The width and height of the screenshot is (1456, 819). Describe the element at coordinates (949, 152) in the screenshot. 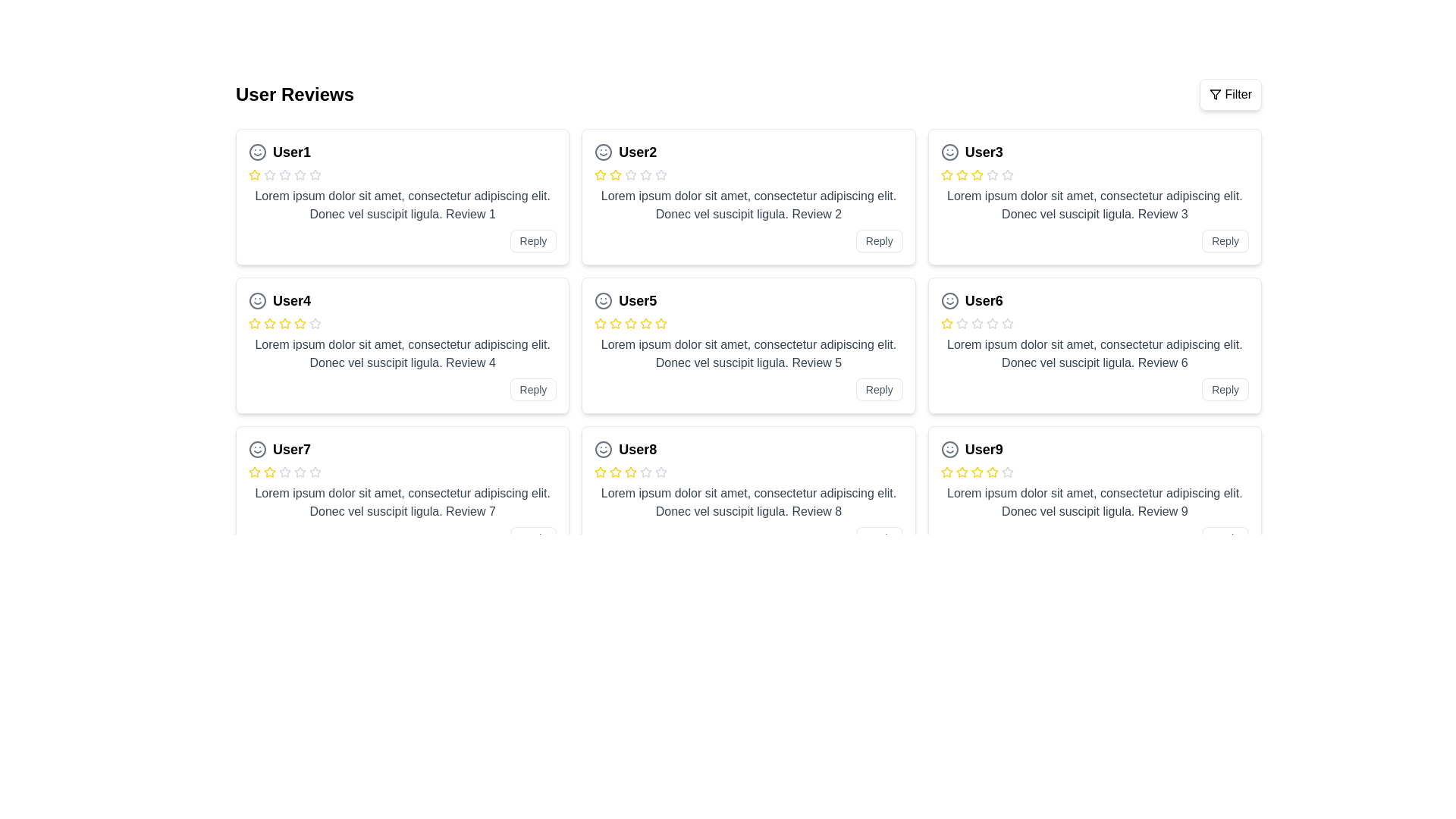

I see `the circular graphical icon representing 'User3' in the top-right user review card, positioned adjacent to the label 'User3'` at that location.